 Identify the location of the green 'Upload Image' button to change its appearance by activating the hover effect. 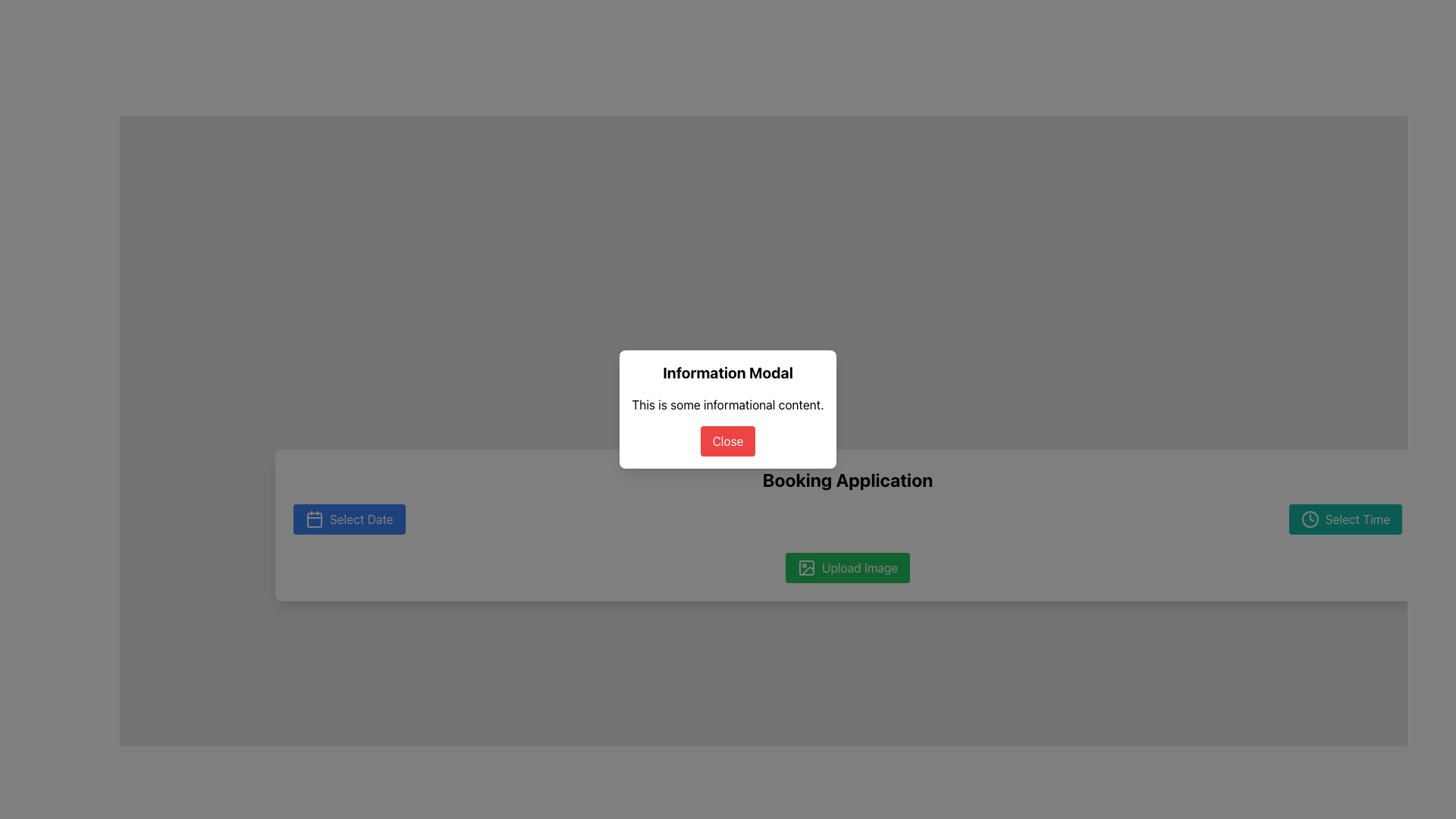
(847, 567).